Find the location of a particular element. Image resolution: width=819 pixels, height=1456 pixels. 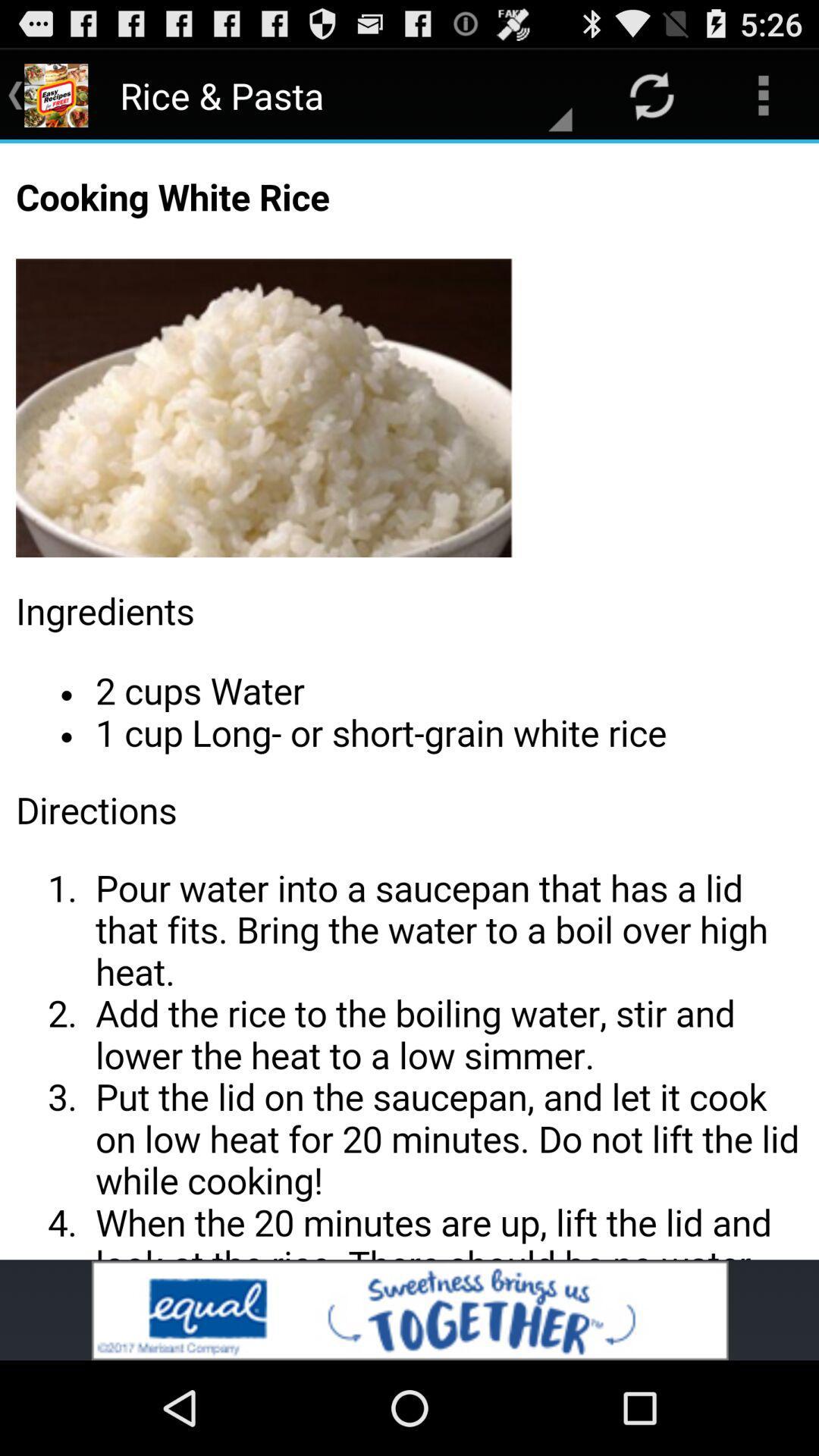

recipe box is located at coordinates (409, 701).